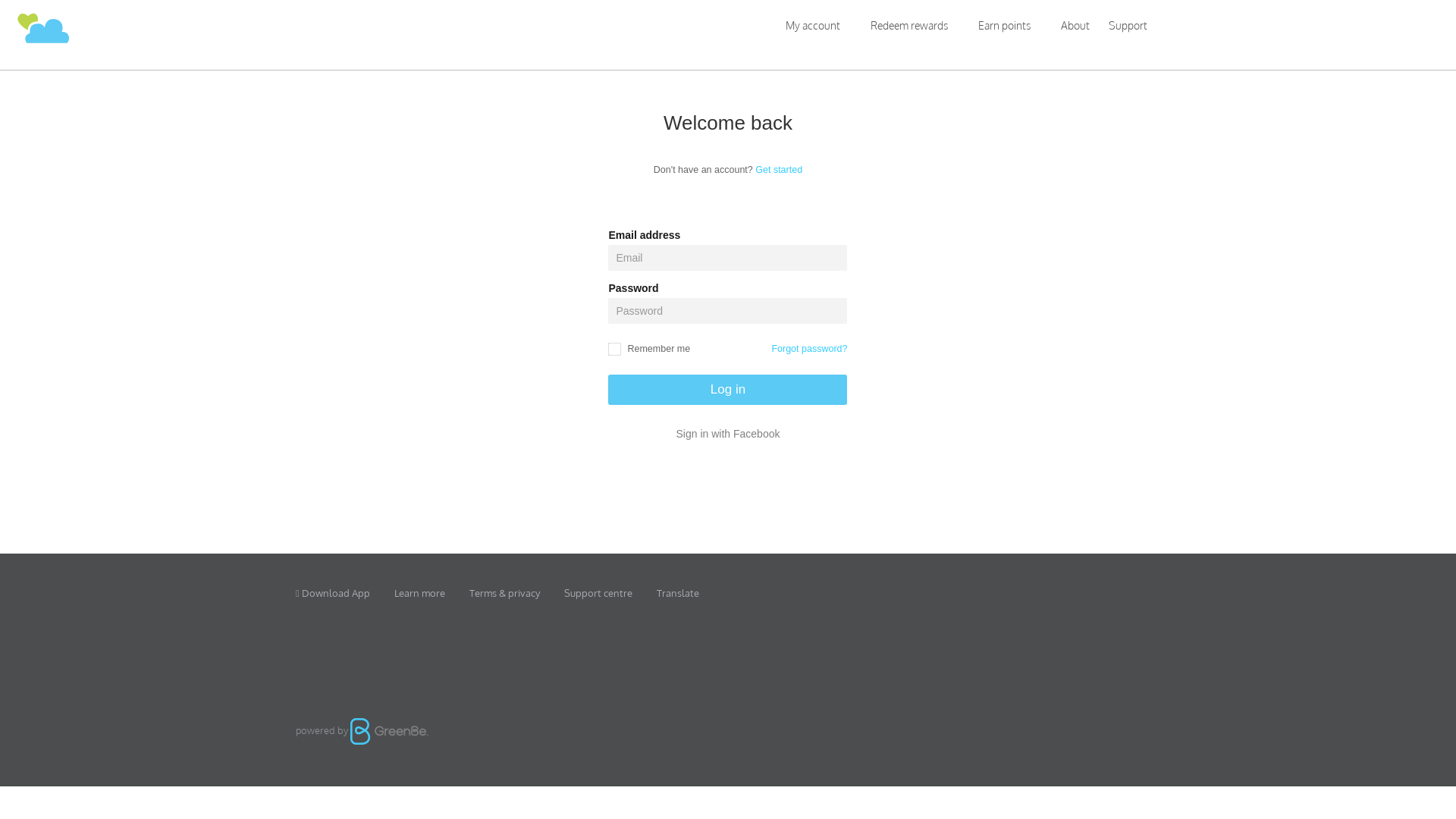 The height and width of the screenshot is (819, 1456). Describe the element at coordinates (1128, 26) in the screenshot. I see `'Support'` at that location.